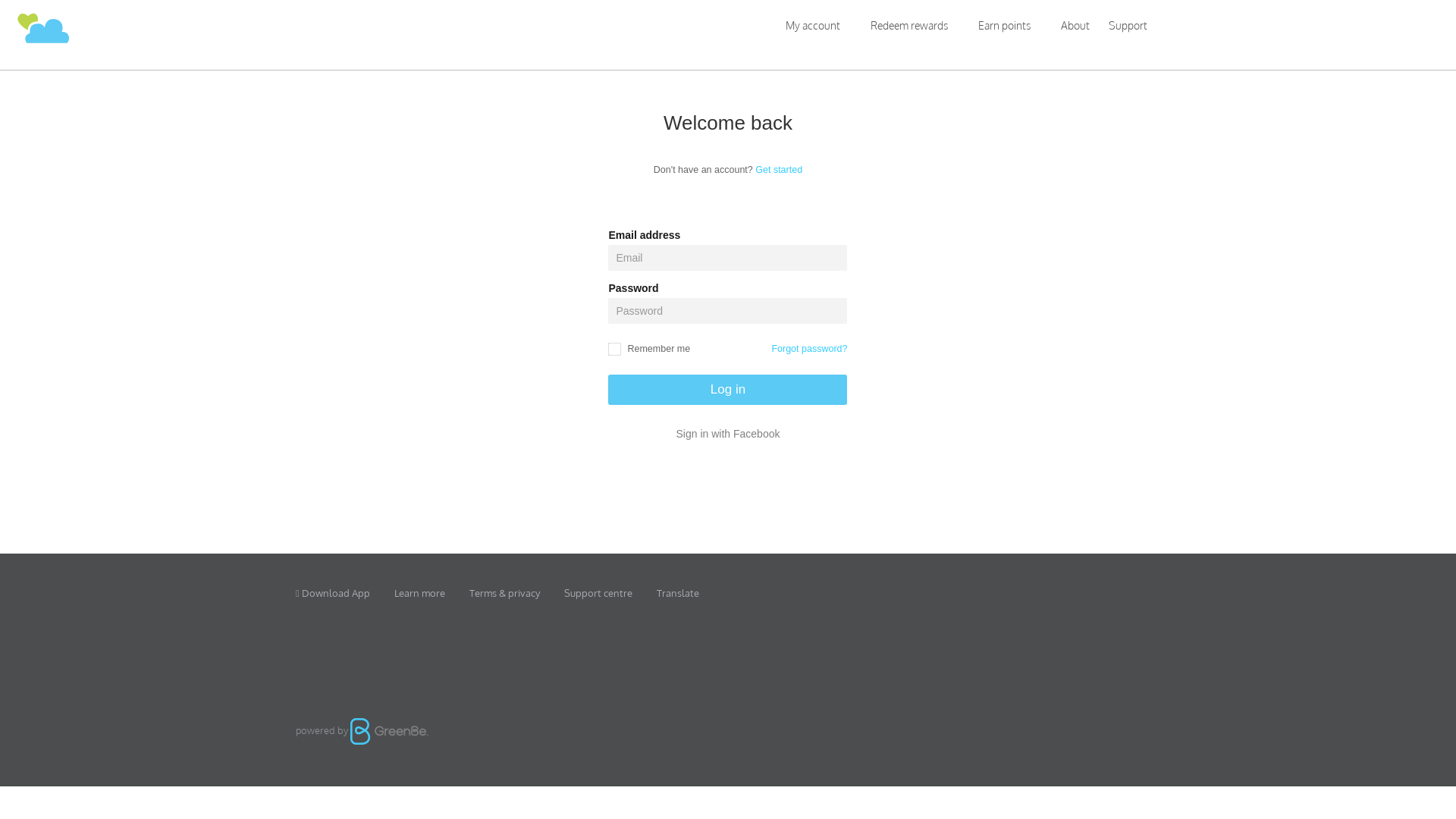 The height and width of the screenshot is (819, 1456). Describe the element at coordinates (1128, 26) in the screenshot. I see `'Support'` at that location.